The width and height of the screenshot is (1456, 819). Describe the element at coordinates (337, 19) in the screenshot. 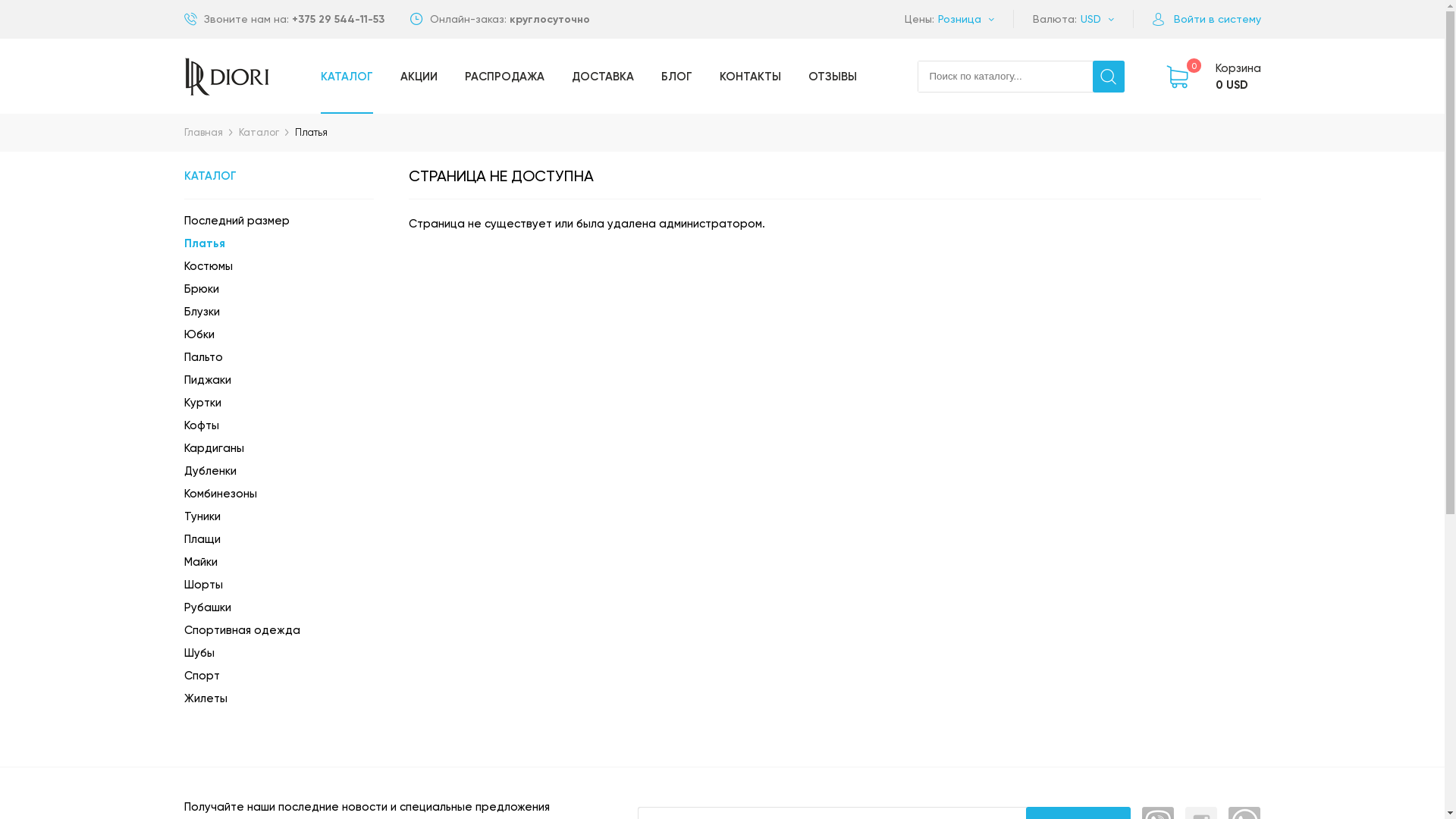

I see `'+375 29 544-11-53'` at that location.